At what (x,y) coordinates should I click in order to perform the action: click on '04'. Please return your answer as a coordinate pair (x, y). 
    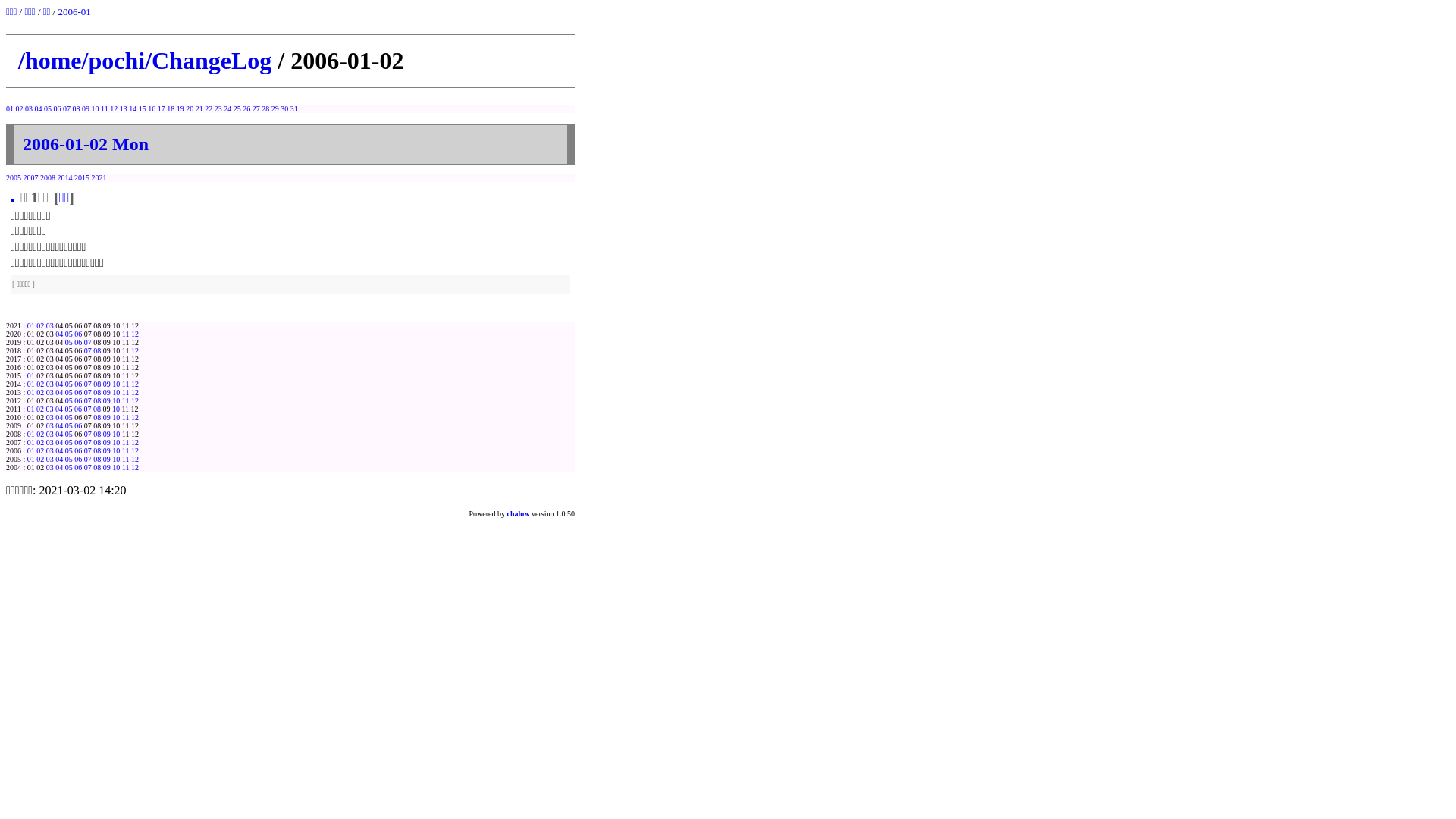
    Looking at the image, I should click on (58, 391).